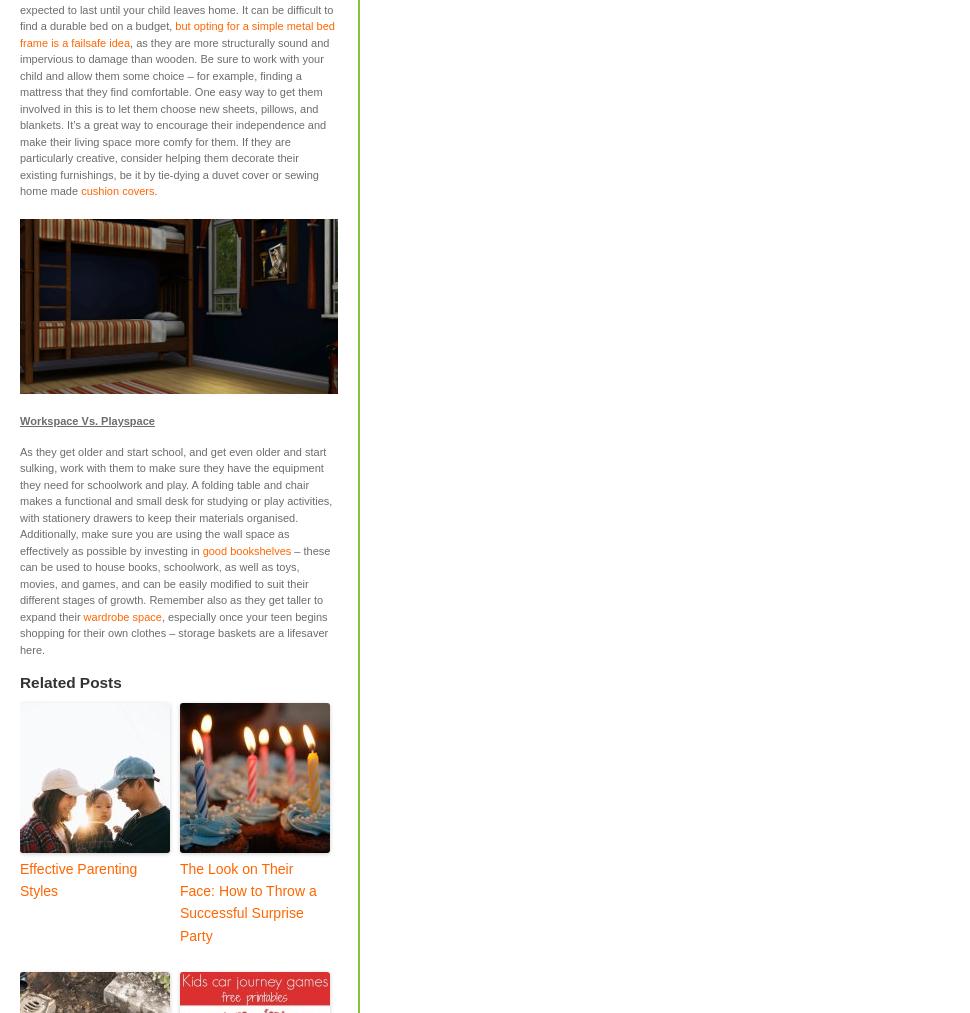  What do you see at coordinates (173, 631) in the screenshot?
I see `', especially once your teen begins shopping for their own clothes – storage baskets are a lifesaver here.'` at bounding box center [173, 631].